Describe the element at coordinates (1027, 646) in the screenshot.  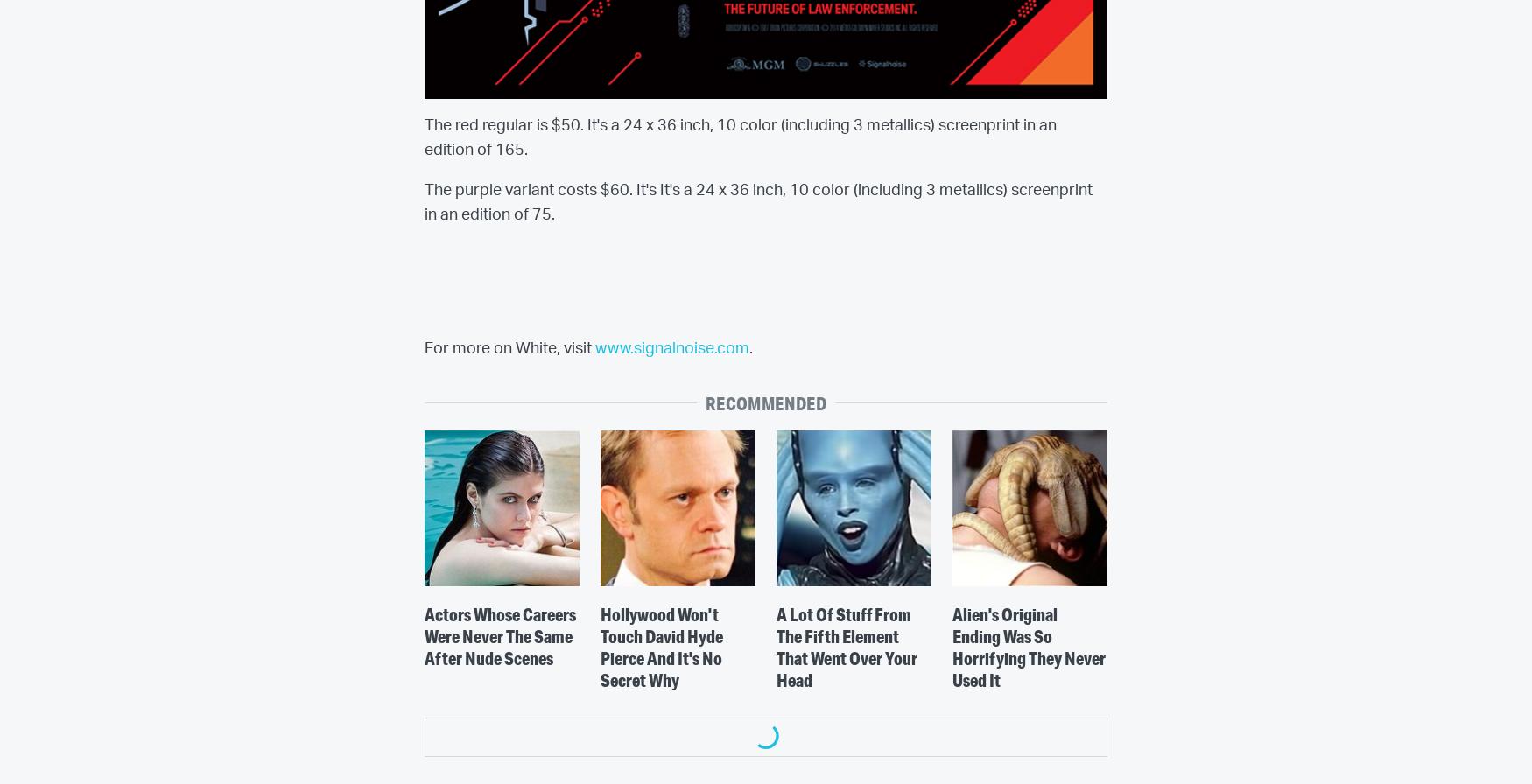
I see `'Alien's Original Ending Was So Horrifying They Never Used It'` at that location.